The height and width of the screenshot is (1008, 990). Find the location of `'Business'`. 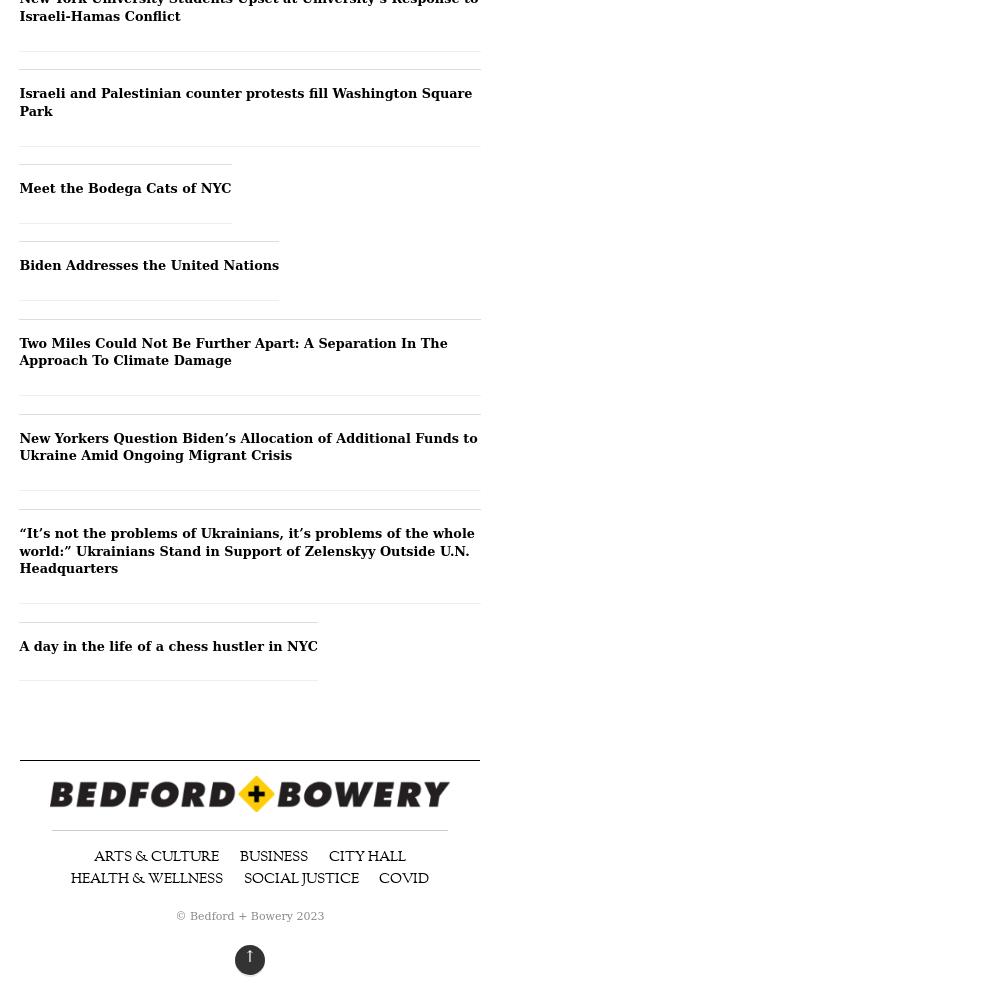

'Business' is located at coordinates (274, 855).